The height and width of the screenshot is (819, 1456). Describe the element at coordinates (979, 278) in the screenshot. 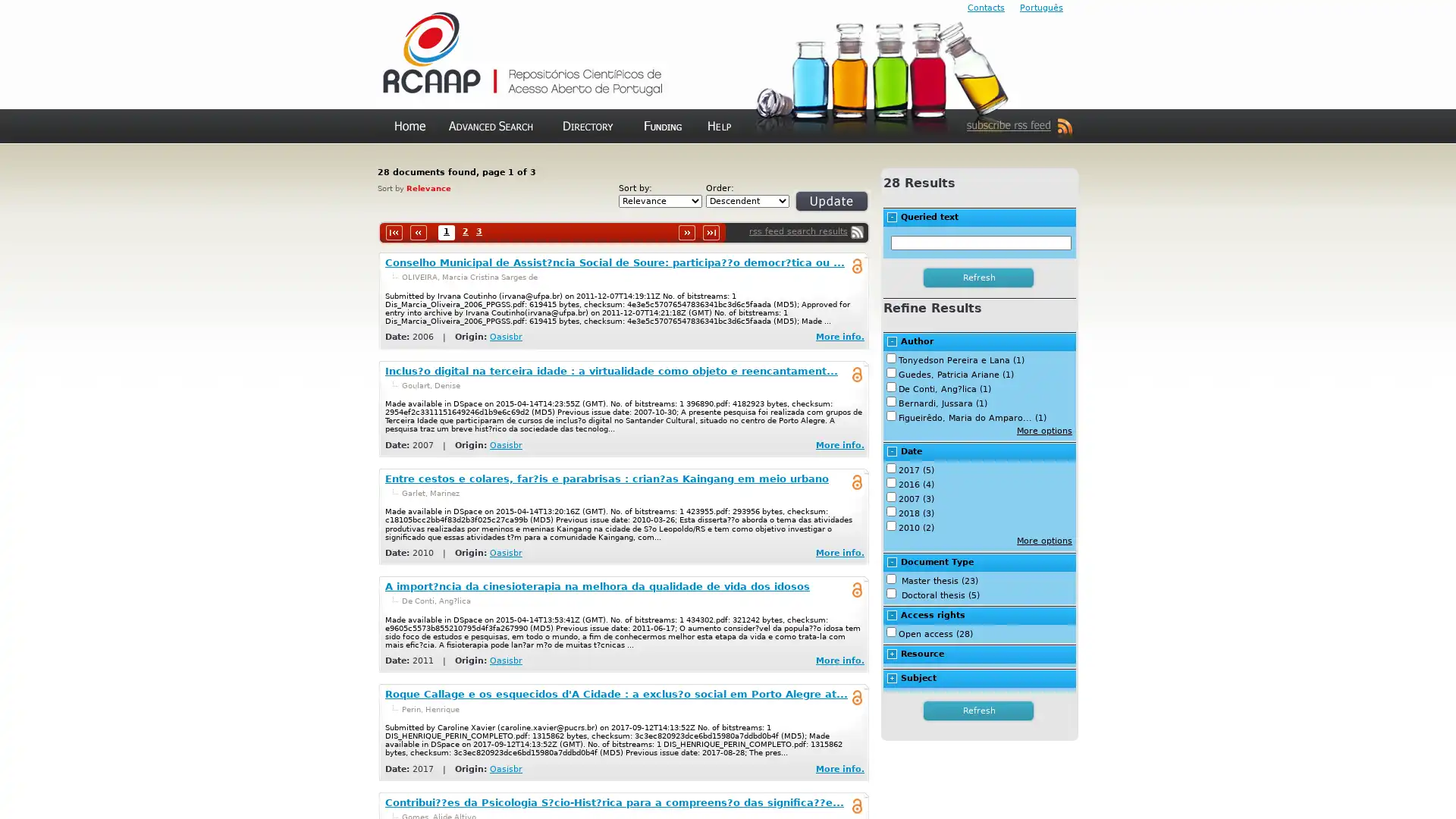

I see `Refresh` at that location.